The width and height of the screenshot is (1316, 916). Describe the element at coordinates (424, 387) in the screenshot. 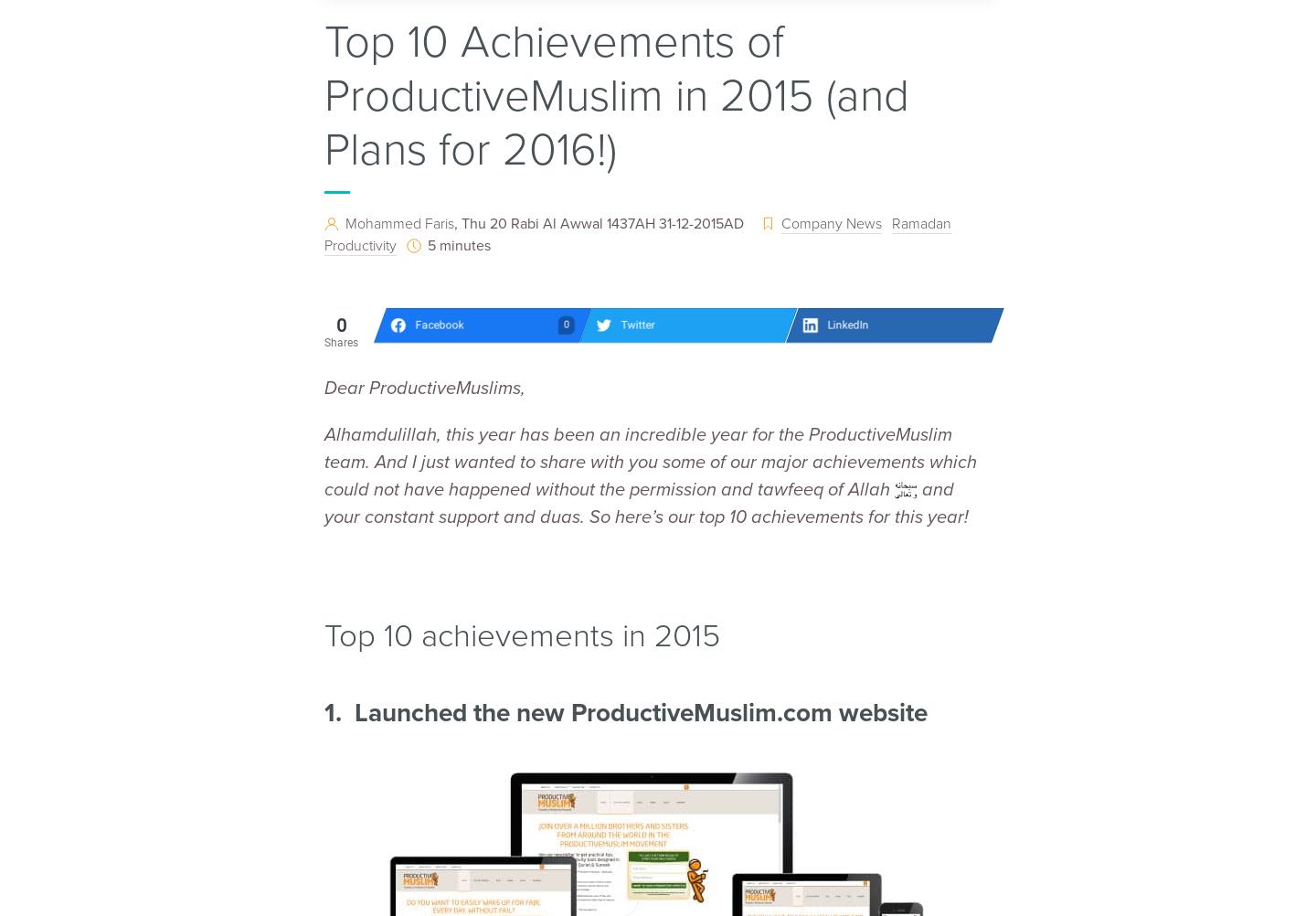

I see `'Dear ProductiveMuslims,'` at that location.